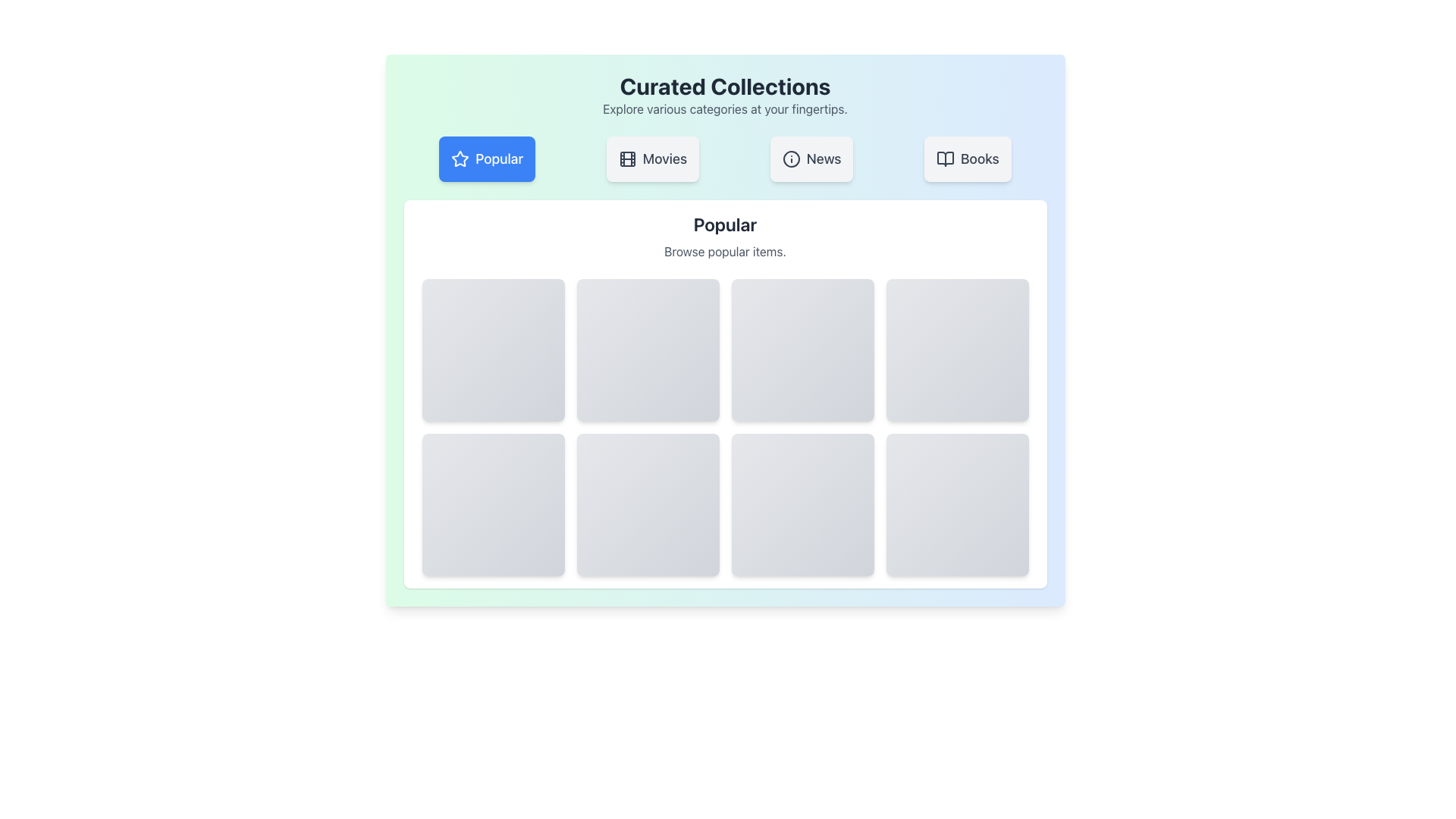 This screenshot has width=1456, height=819. What do you see at coordinates (980, 158) in the screenshot?
I see `the 'Books' label in the navigation section` at bounding box center [980, 158].